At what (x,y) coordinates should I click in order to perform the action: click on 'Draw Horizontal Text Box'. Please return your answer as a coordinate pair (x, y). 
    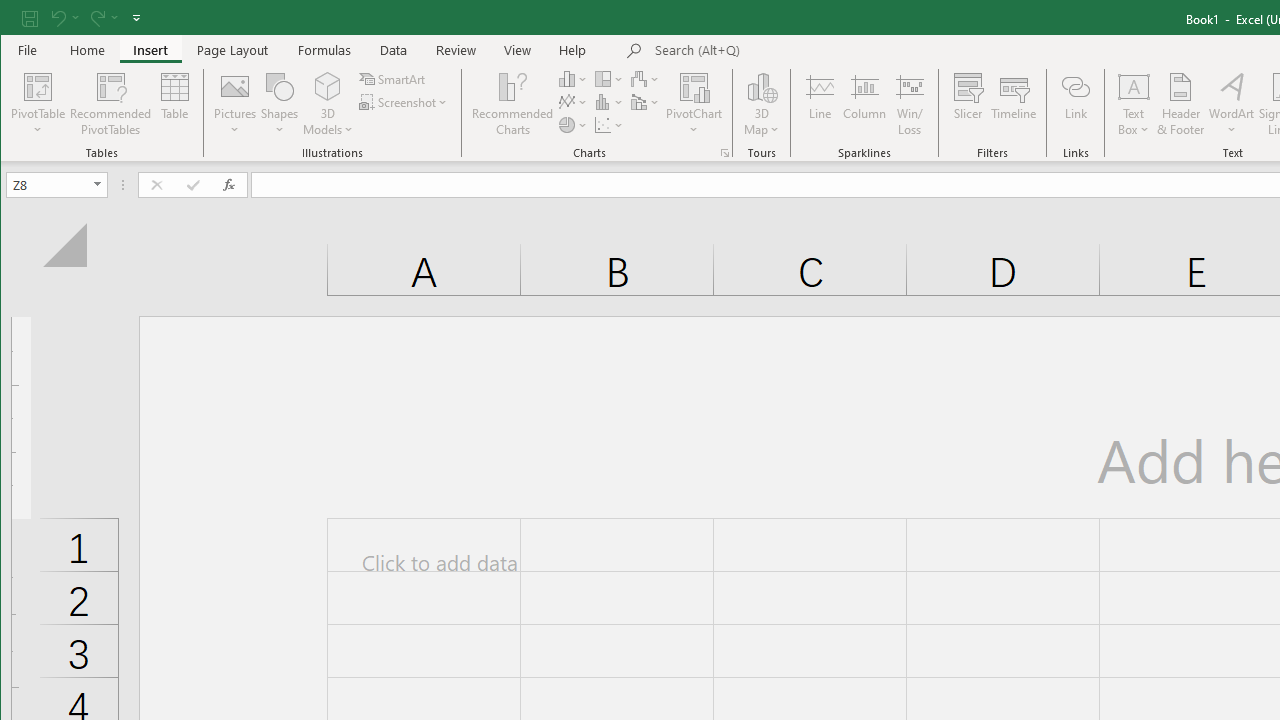
    Looking at the image, I should click on (1134, 85).